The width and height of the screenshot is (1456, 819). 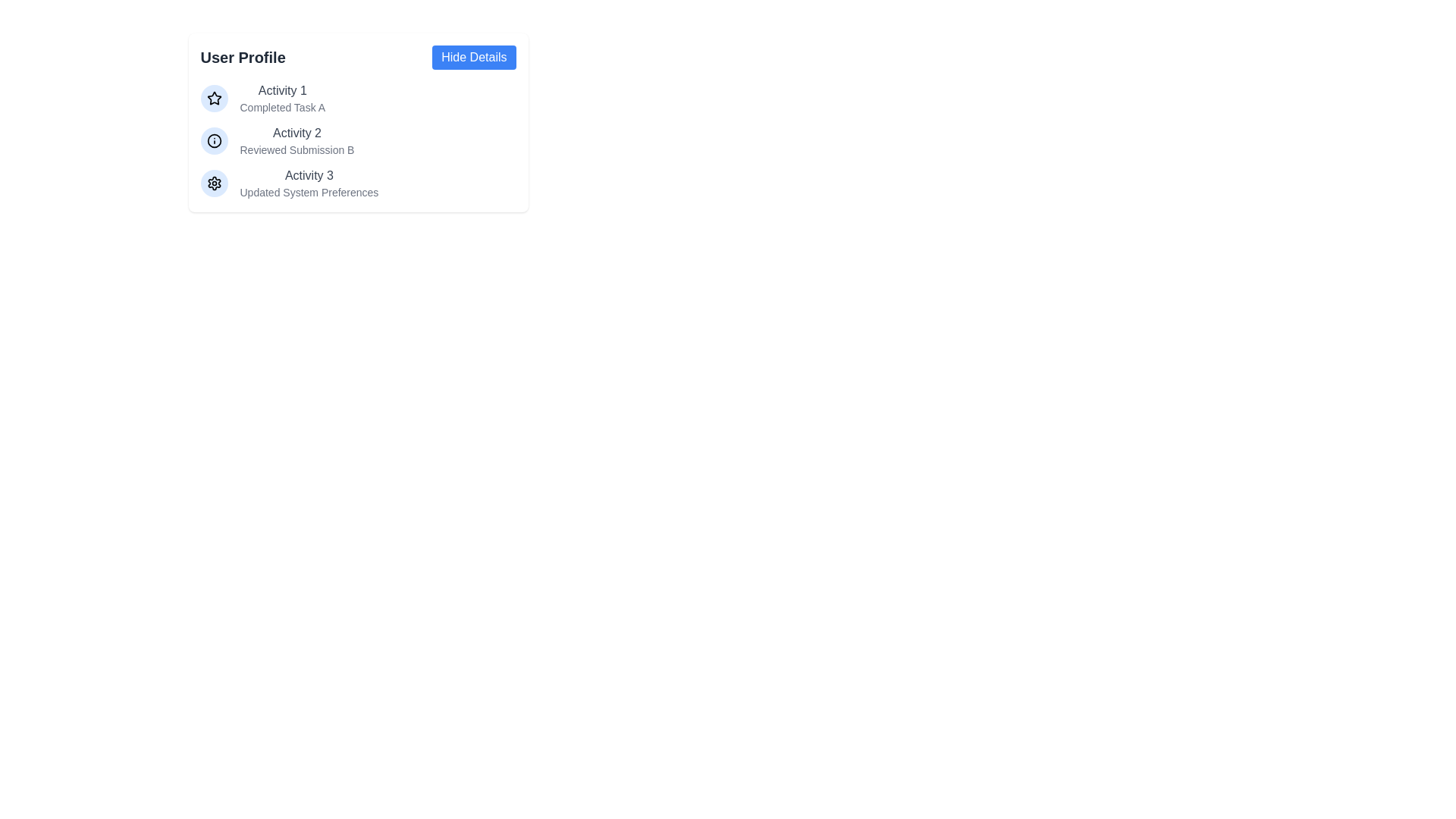 What do you see at coordinates (297, 140) in the screenshot?
I see `the Text component titled 'Activity 2' under the 'User Profile' section, which describes the activity with a bold title and supporting description` at bounding box center [297, 140].